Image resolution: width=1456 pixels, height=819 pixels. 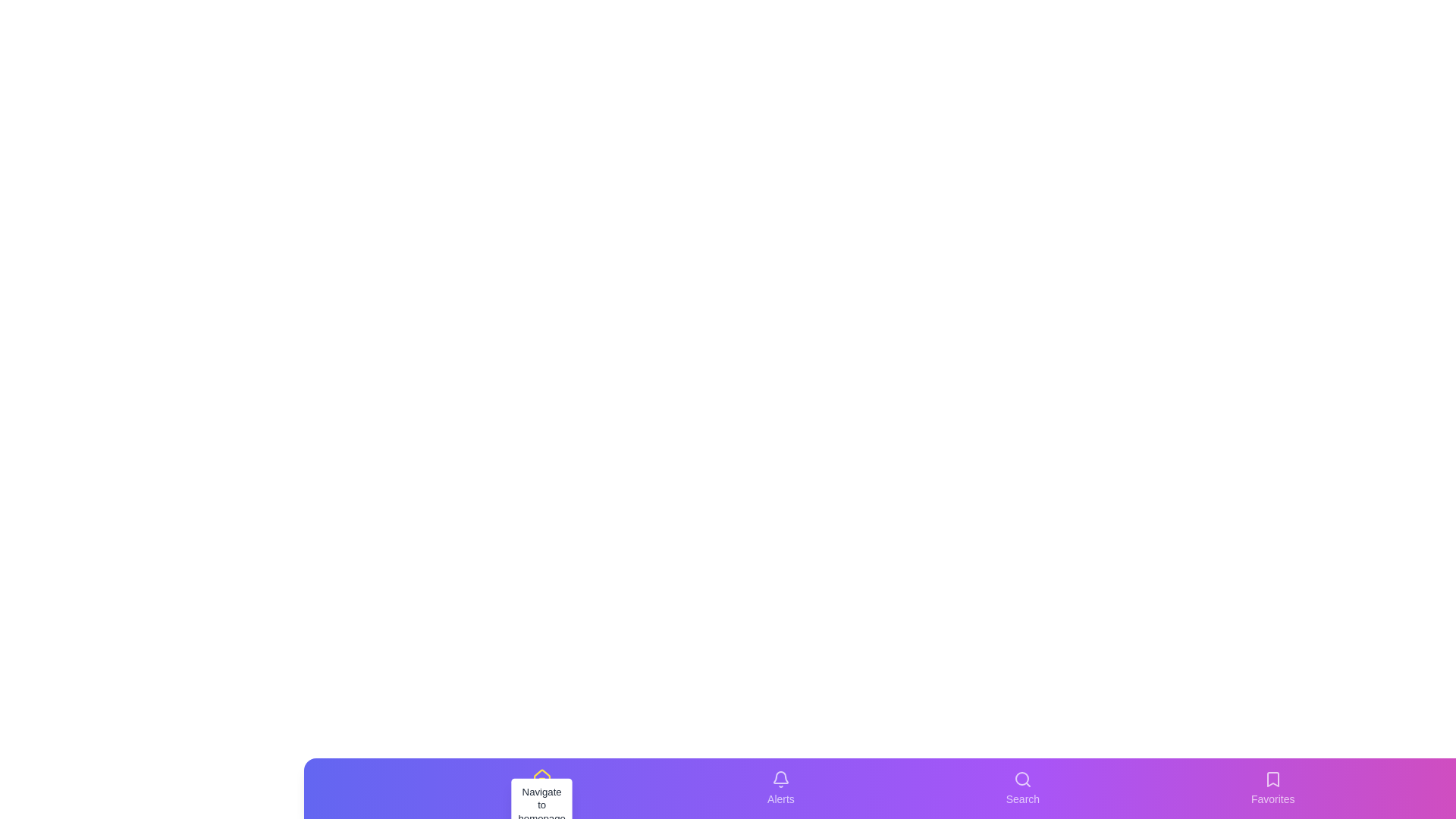 I want to click on the tab labeled Search to view its description, so click(x=1022, y=788).